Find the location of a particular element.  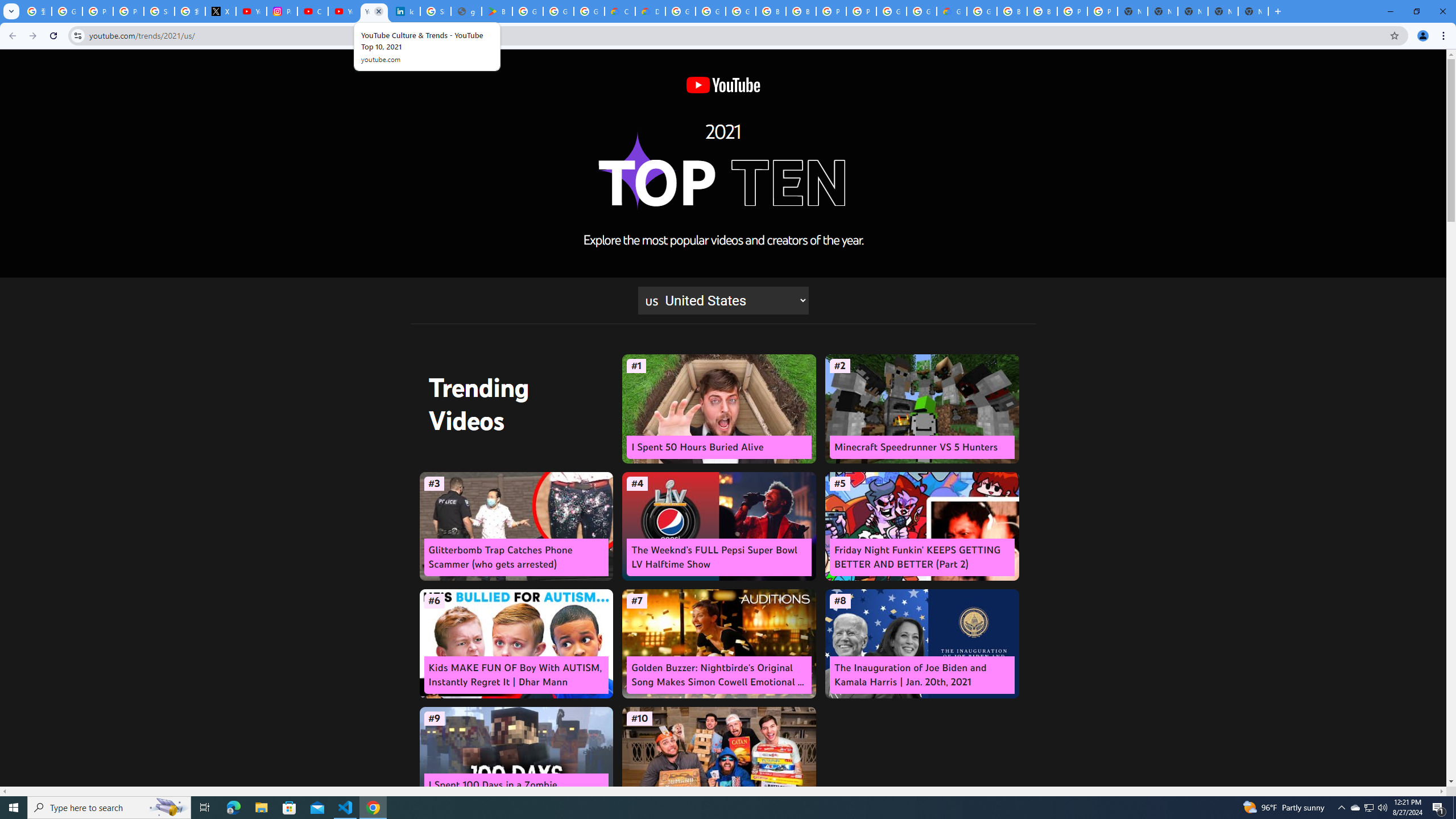

'Customer Care | Google Cloud' is located at coordinates (619, 11).